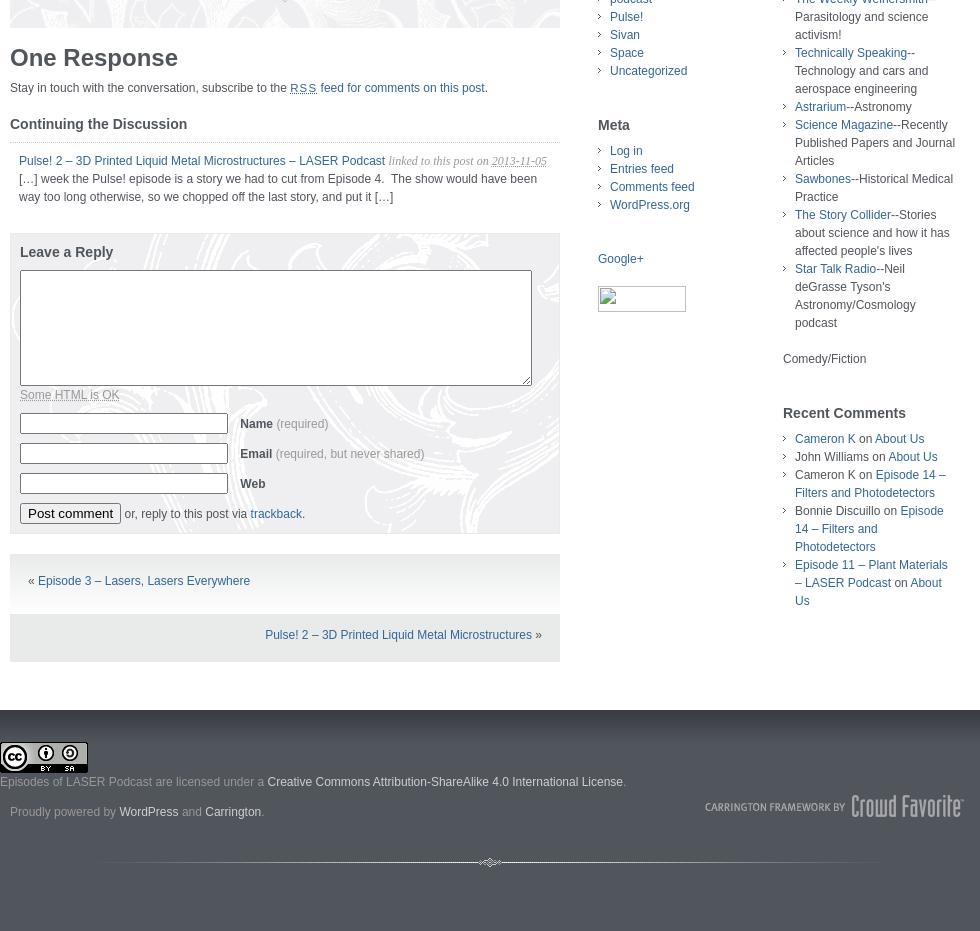  I want to click on 'One Response', so click(93, 56).